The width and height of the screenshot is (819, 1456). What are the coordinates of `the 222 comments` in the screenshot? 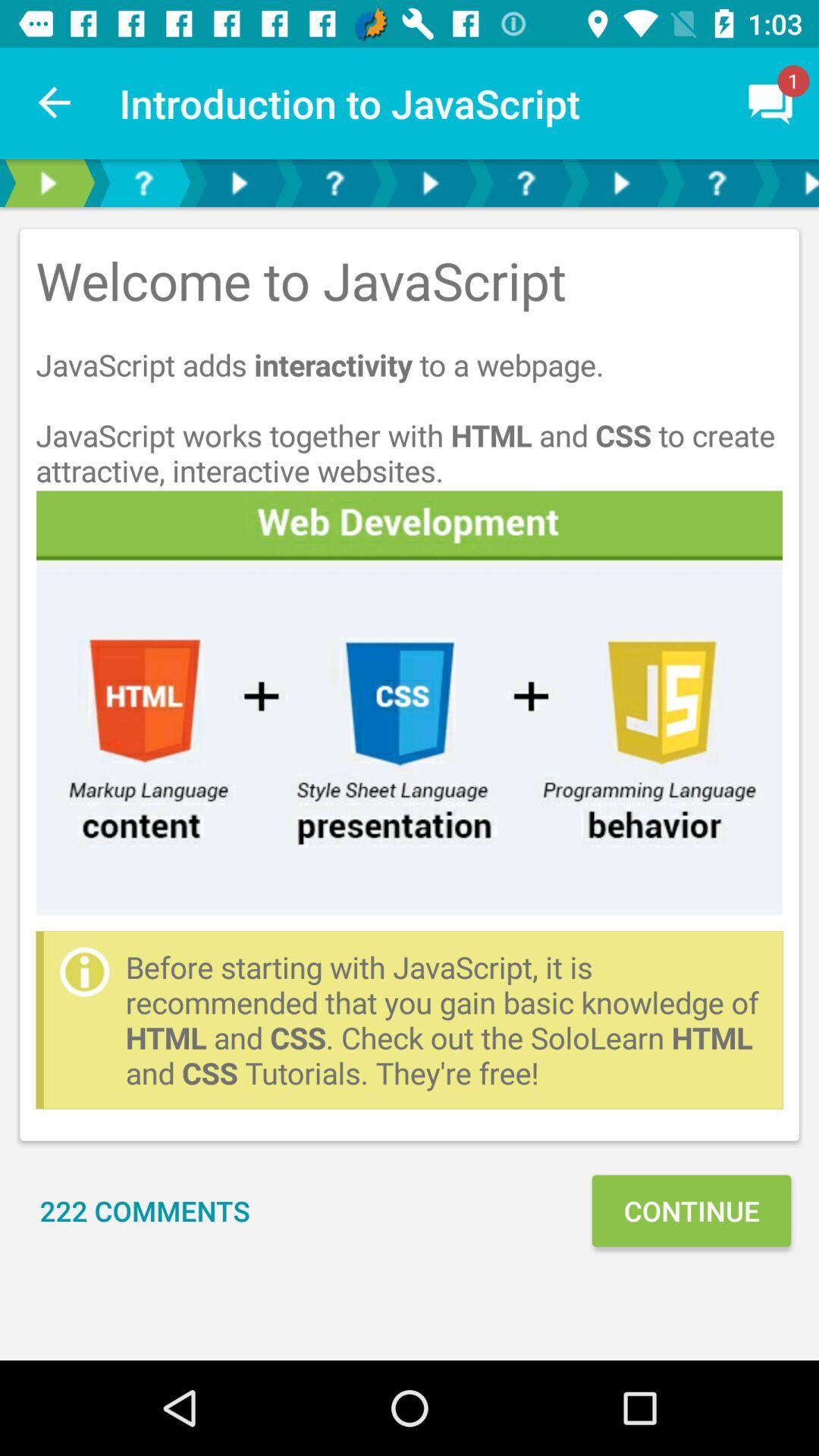 It's located at (145, 1210).